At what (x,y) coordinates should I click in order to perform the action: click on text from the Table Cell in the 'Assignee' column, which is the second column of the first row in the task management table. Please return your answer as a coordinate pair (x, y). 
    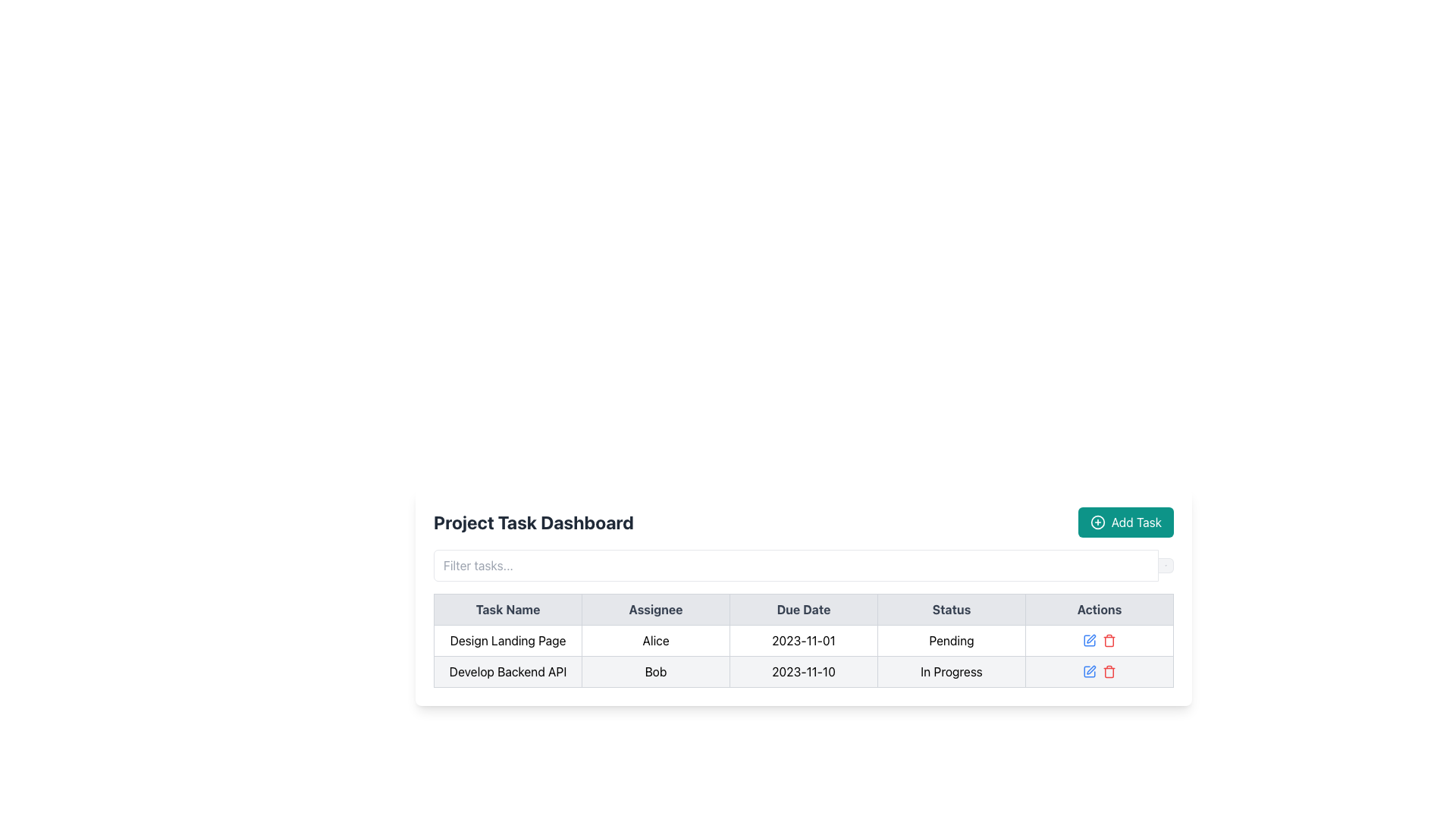
    Looking at the image, I should click on (655, 640).